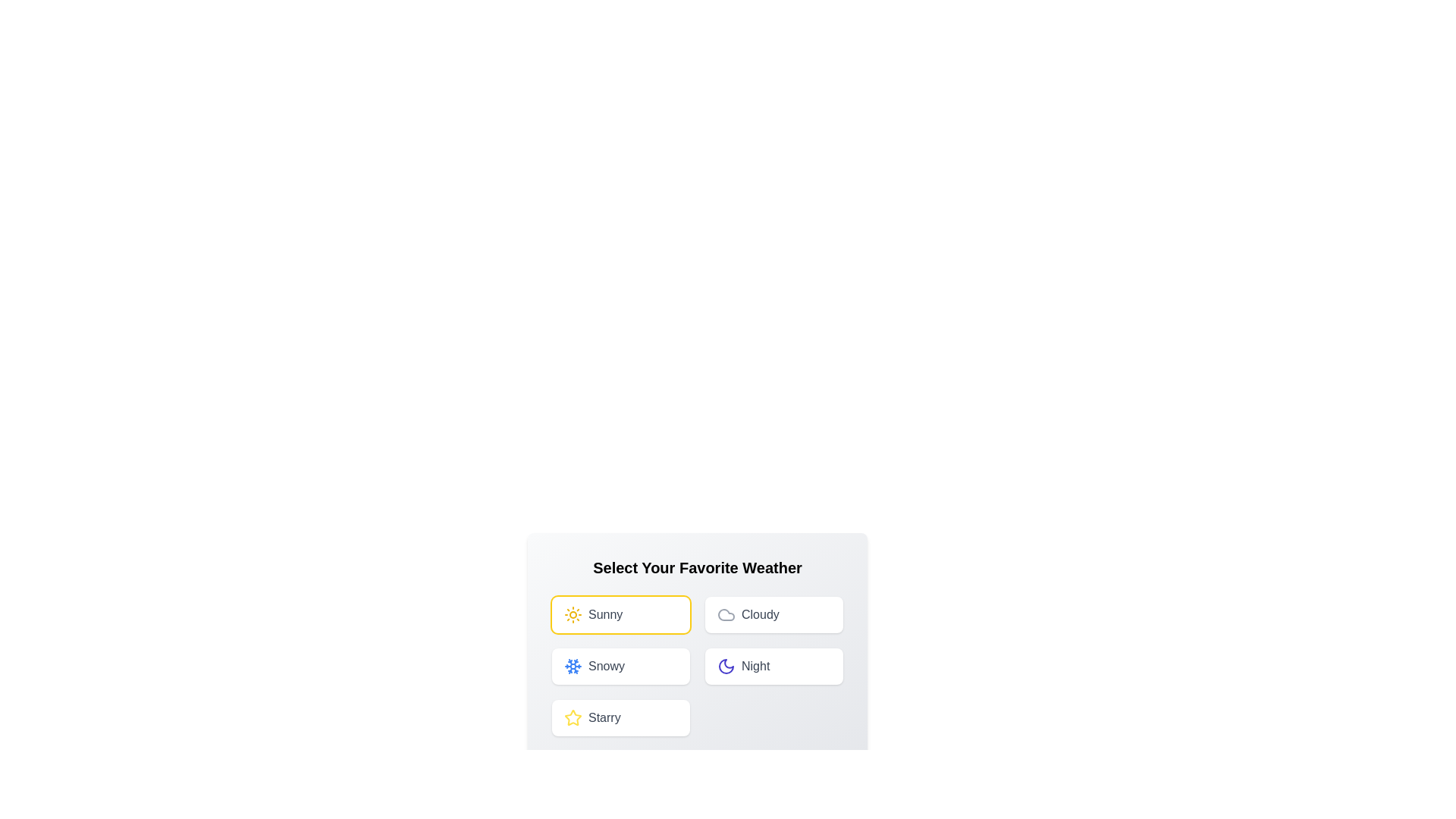 The width and height of the screenshot is (1456, 819). What do you see at coordinates (607, 666) in the screenshot?
I see `text label for the 'Snowy' weather option located in the second column of the first row in the grid of weather options` at bounding box center [607, 666].